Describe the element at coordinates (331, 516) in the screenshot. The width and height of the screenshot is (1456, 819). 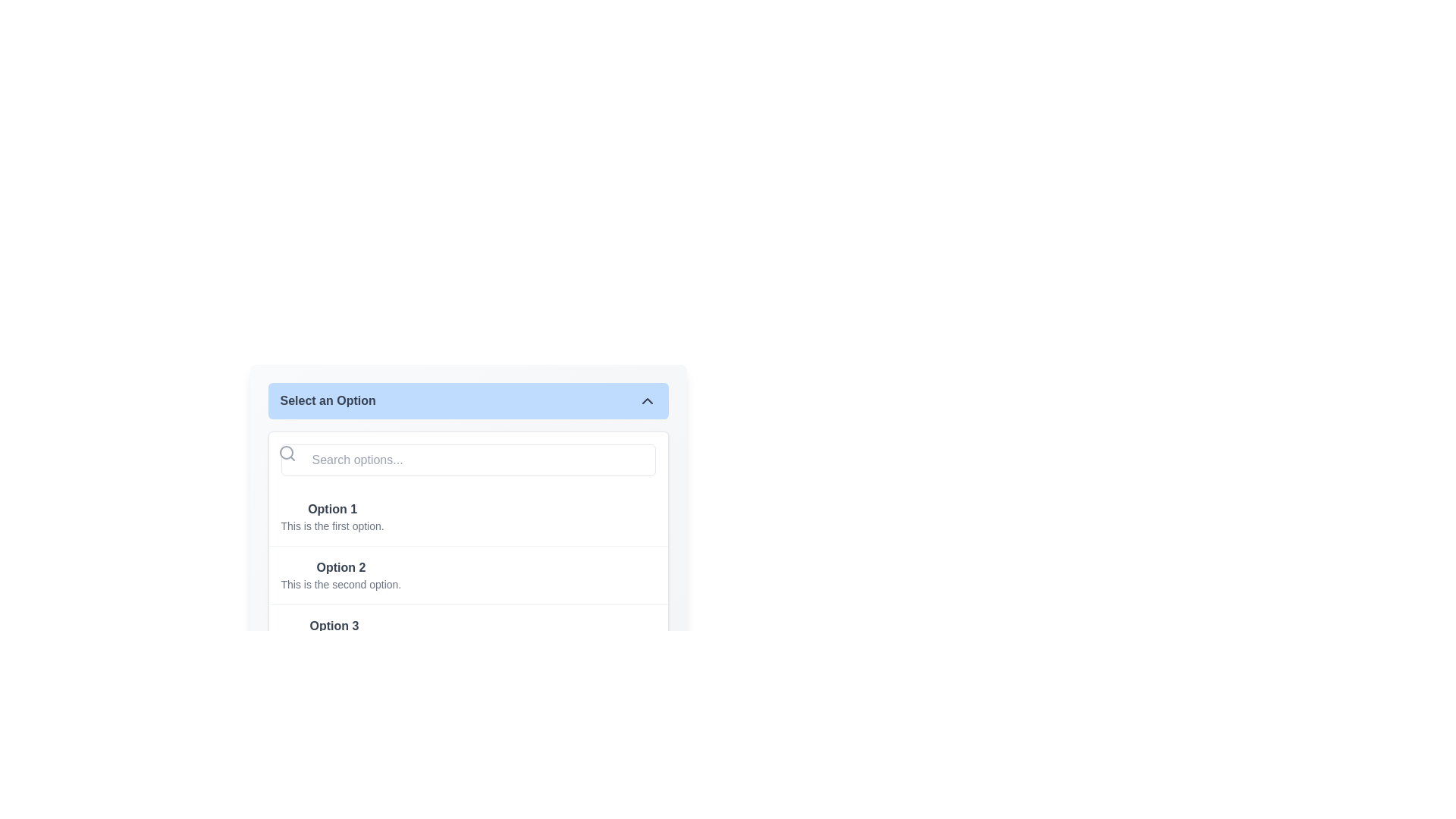
I see `the first selectable option 'Option 1' in the list directly below the search bar in the 'Select an Option' drop-down interface` at that location.